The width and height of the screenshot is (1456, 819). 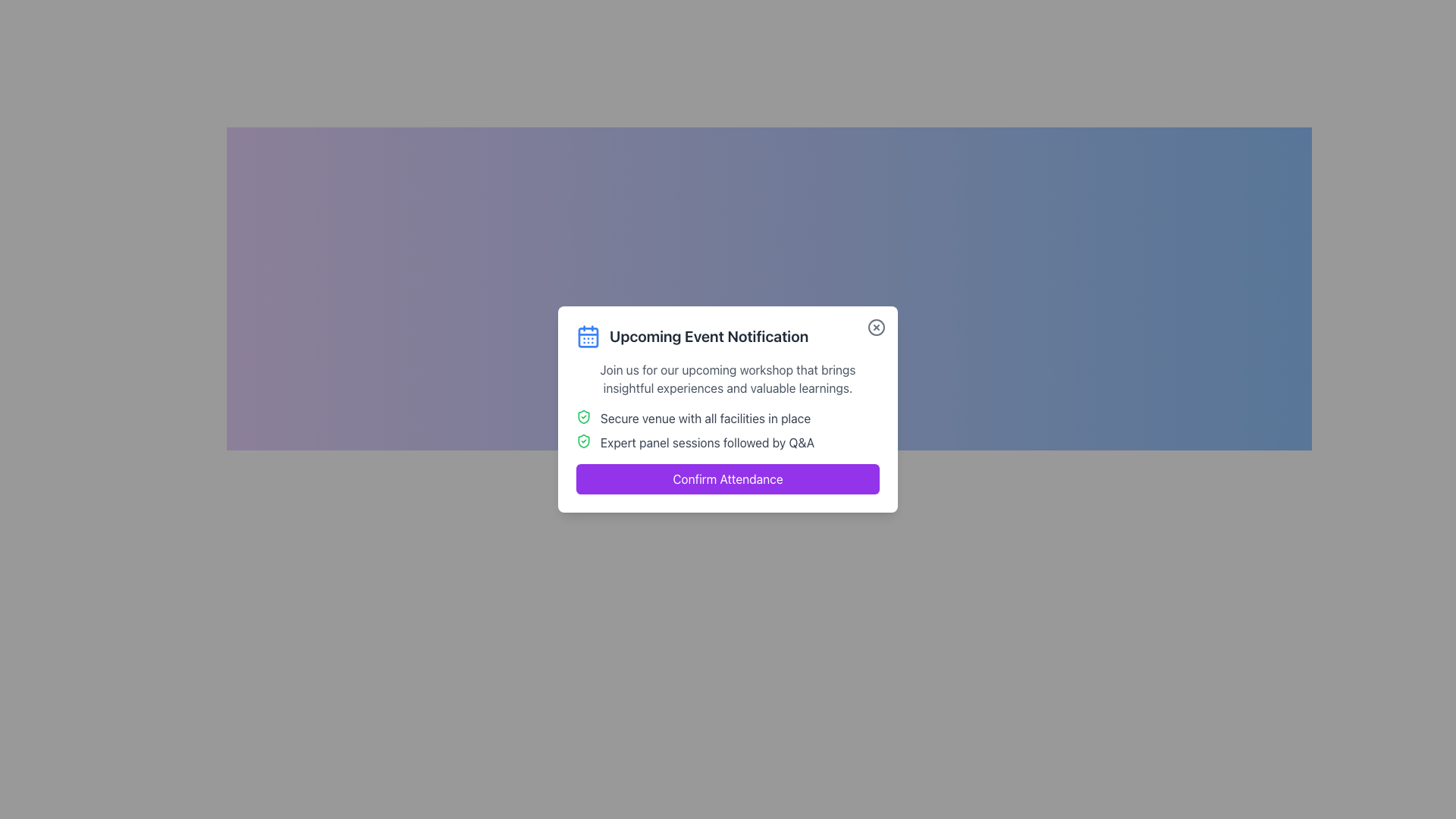 I want to click on the Heading with icon that serves as a title for the notification card, positioned at the top of the card above descriptive text and a button, so click(x=728, y=335).